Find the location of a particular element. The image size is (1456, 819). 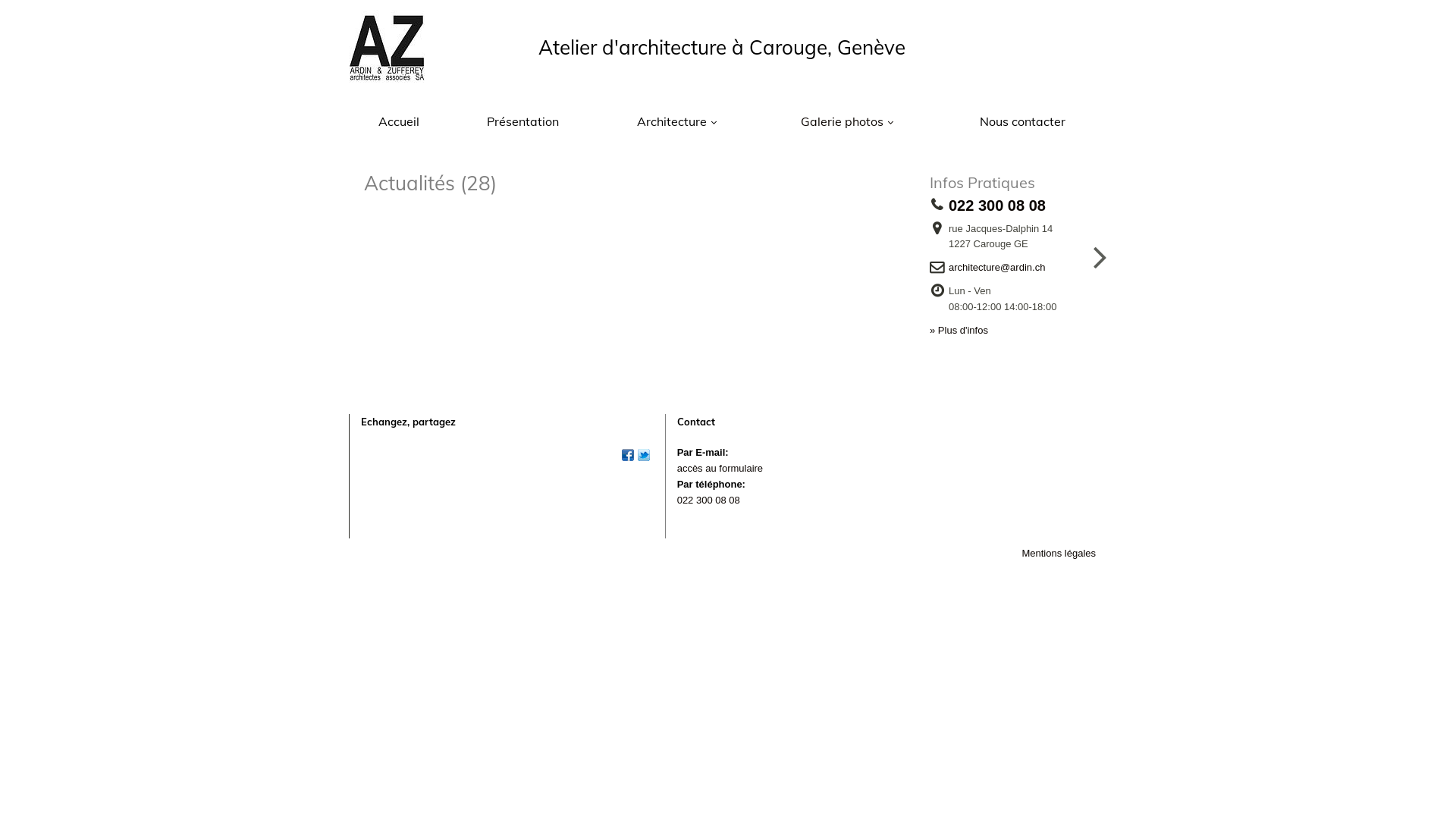

'Galerie photos' is located at coordinates (846, 121).